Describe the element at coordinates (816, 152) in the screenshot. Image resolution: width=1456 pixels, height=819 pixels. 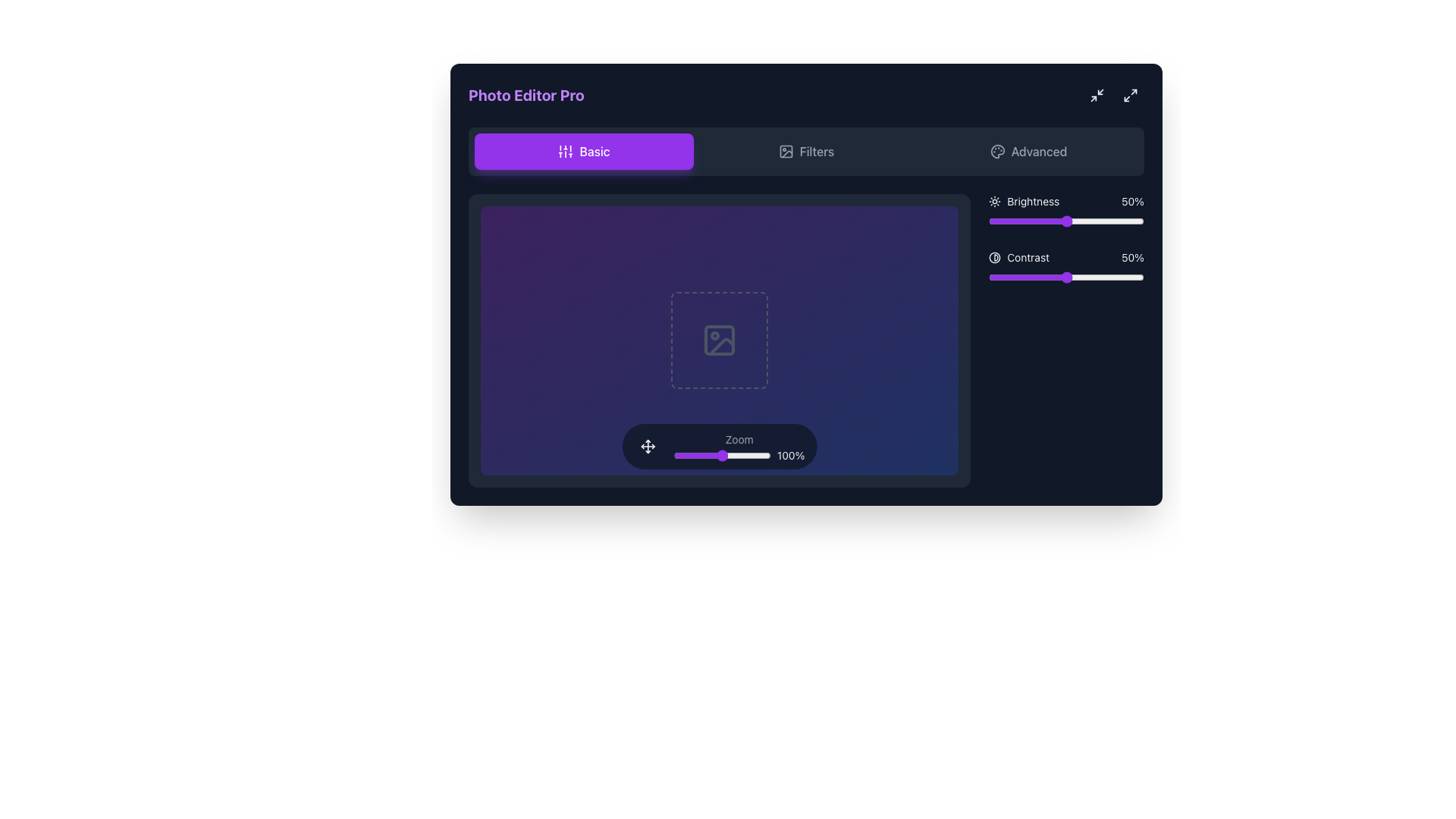
I see `the 'Filters' text label within the button in the top navigation bar` at that location.